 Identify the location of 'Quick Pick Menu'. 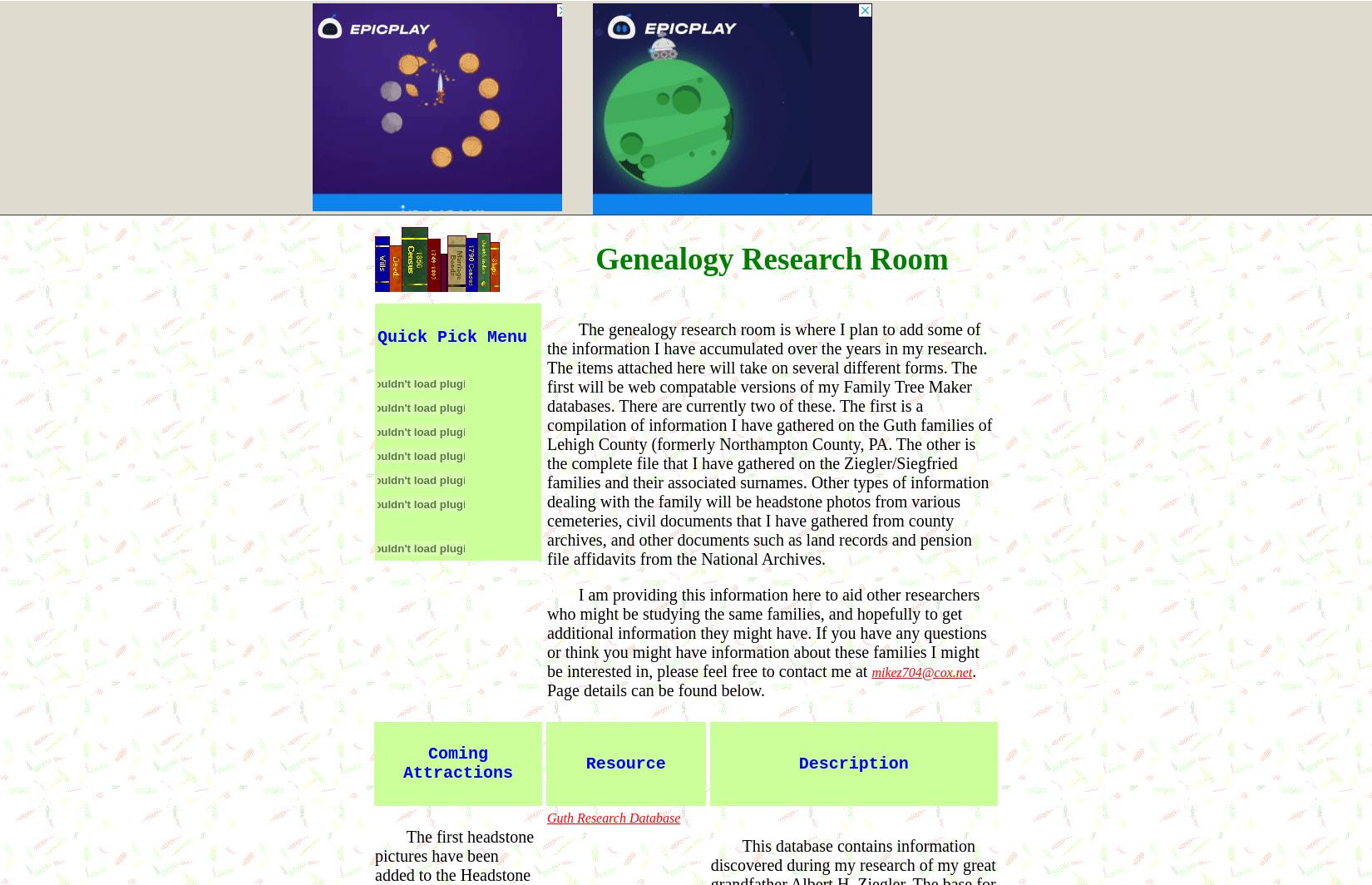
(377, 337).